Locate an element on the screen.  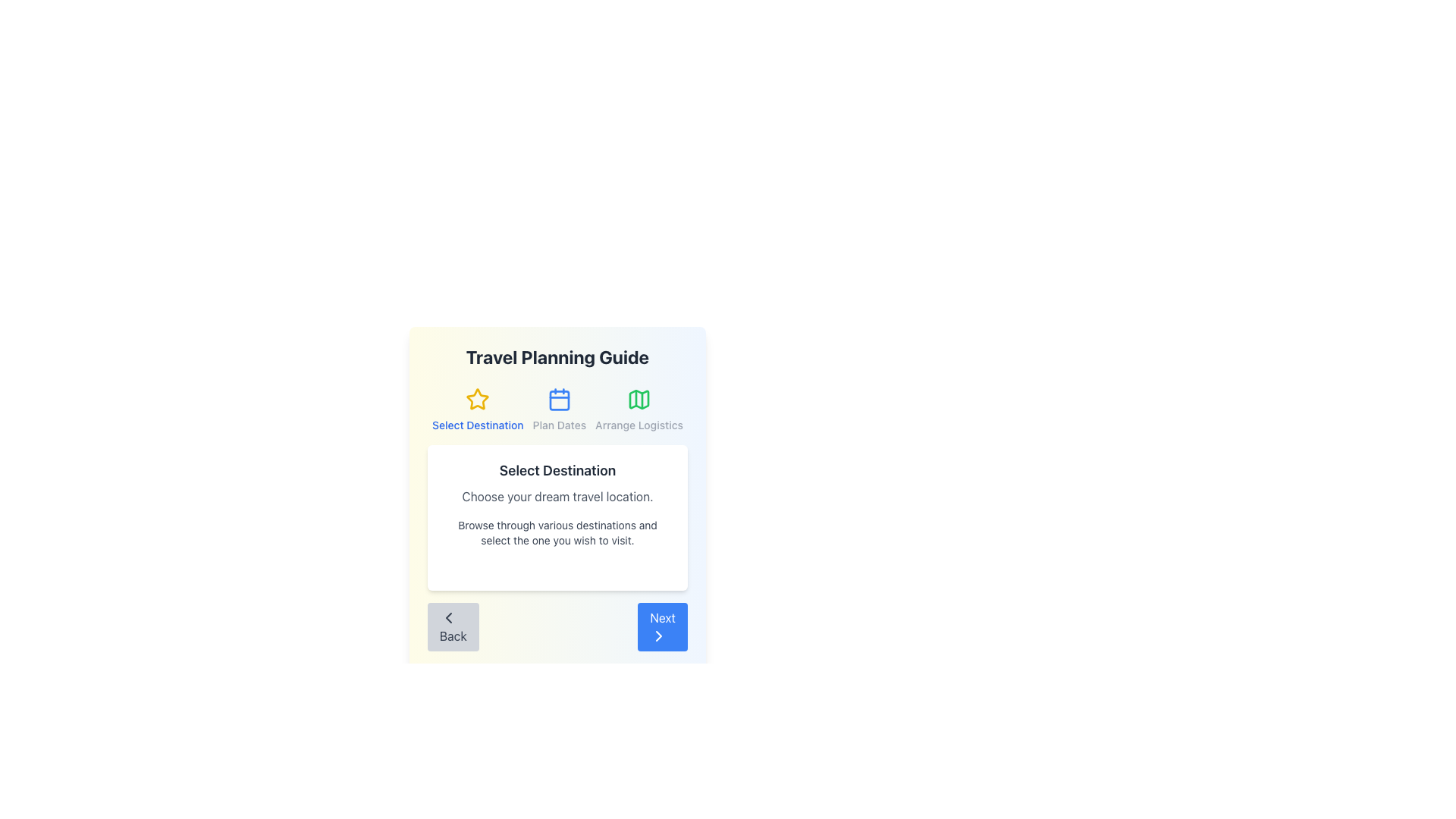
the green map icon in the 'Arrange Logistics' section is located at coordinates (639, 399).